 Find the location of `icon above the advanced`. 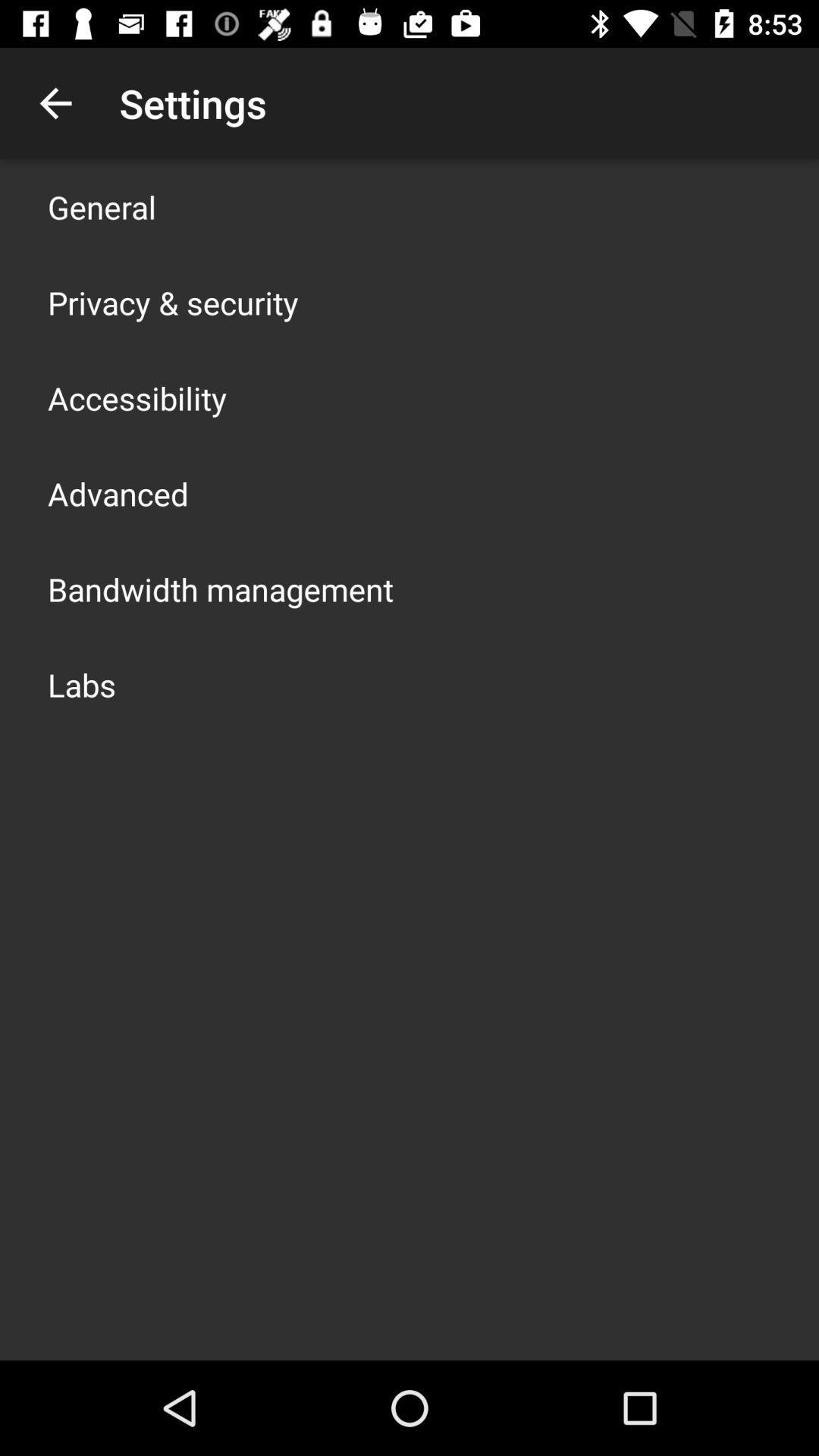

icon above the advanced is located at coordinates (137, 397).